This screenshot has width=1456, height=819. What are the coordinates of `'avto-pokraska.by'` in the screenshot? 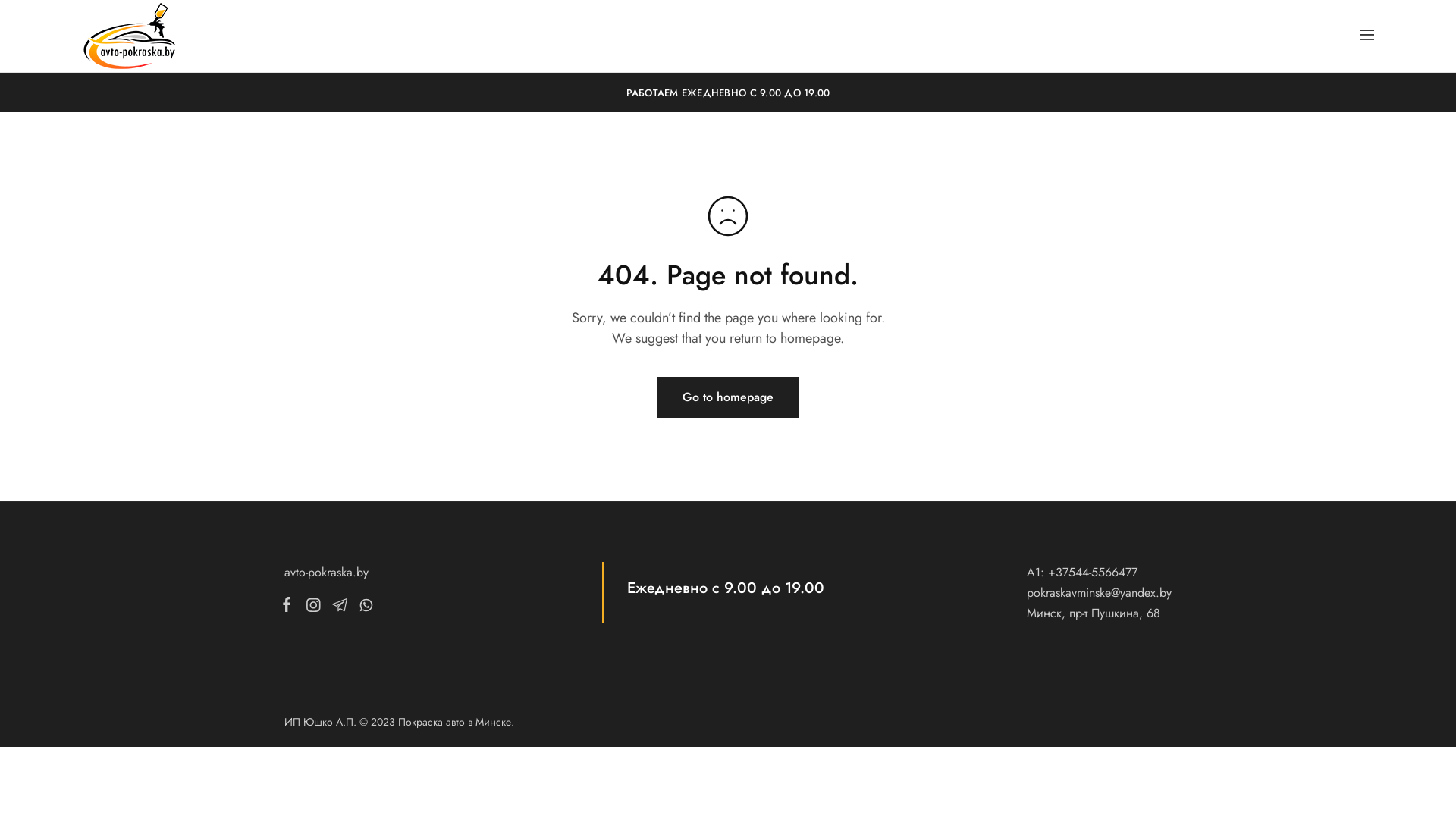 It's located at (325, 572).